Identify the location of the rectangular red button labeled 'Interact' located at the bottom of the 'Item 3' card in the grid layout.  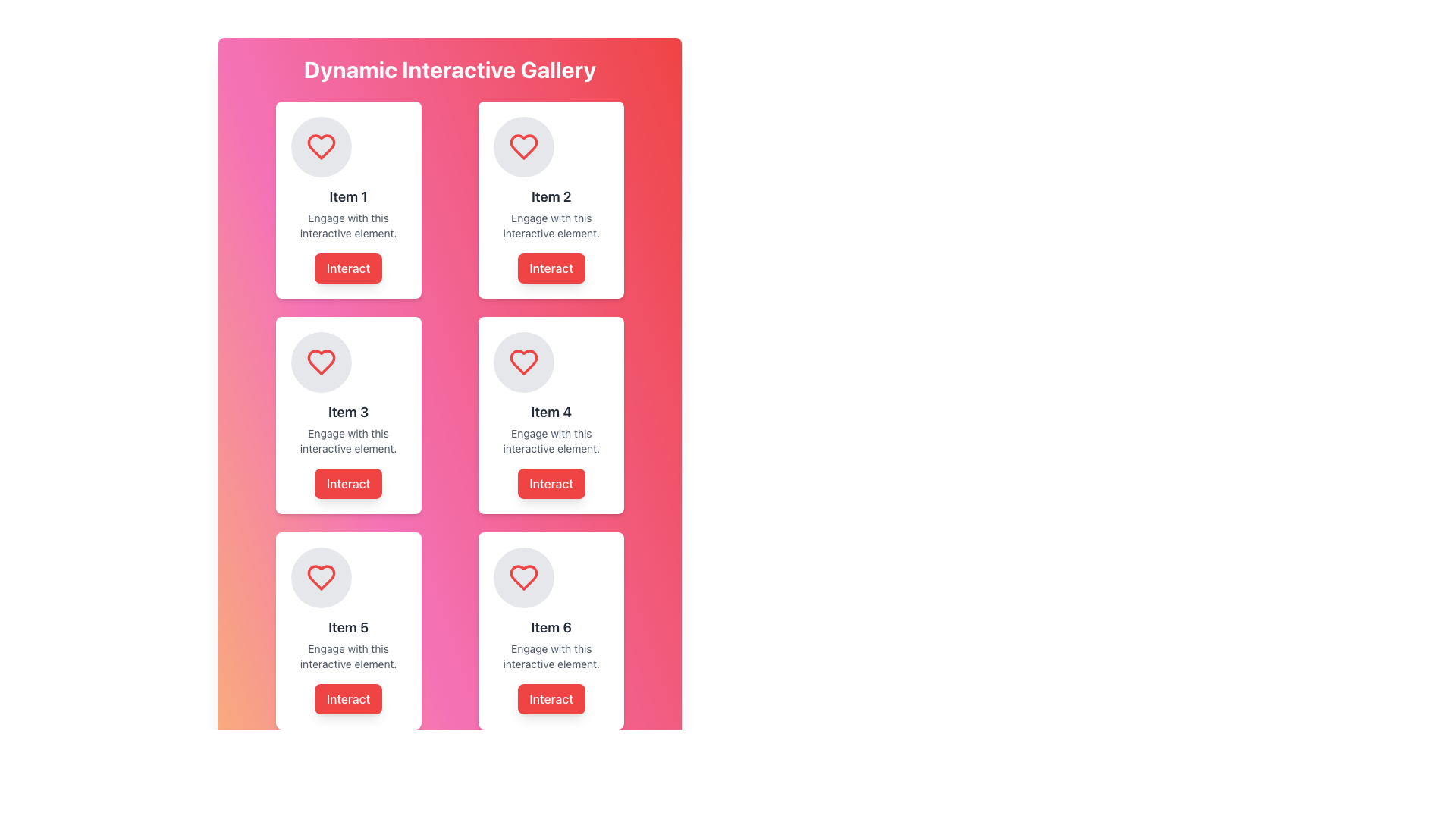
(347, 483).